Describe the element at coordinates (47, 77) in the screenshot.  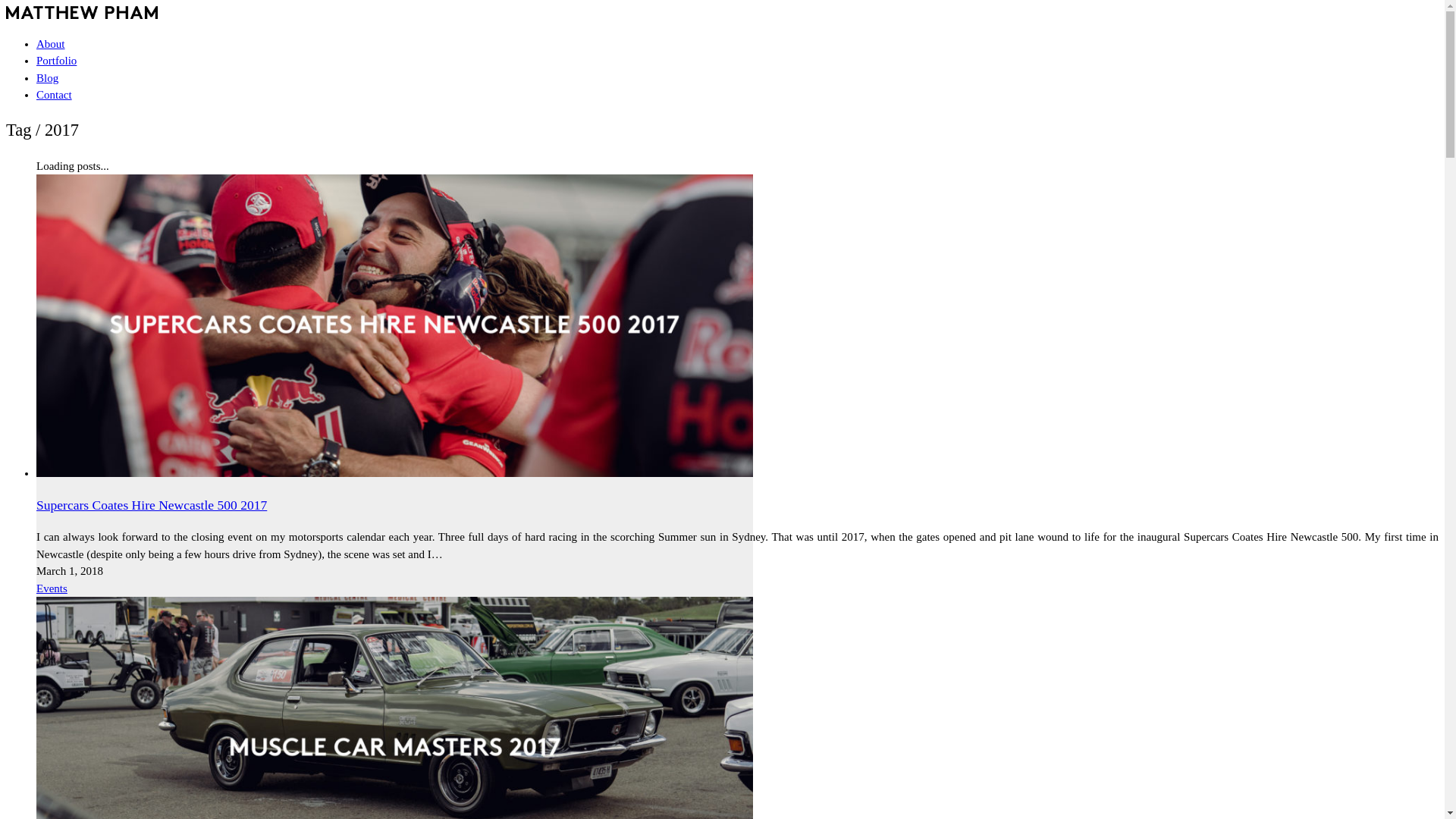
I see `'Blog'` at that location.